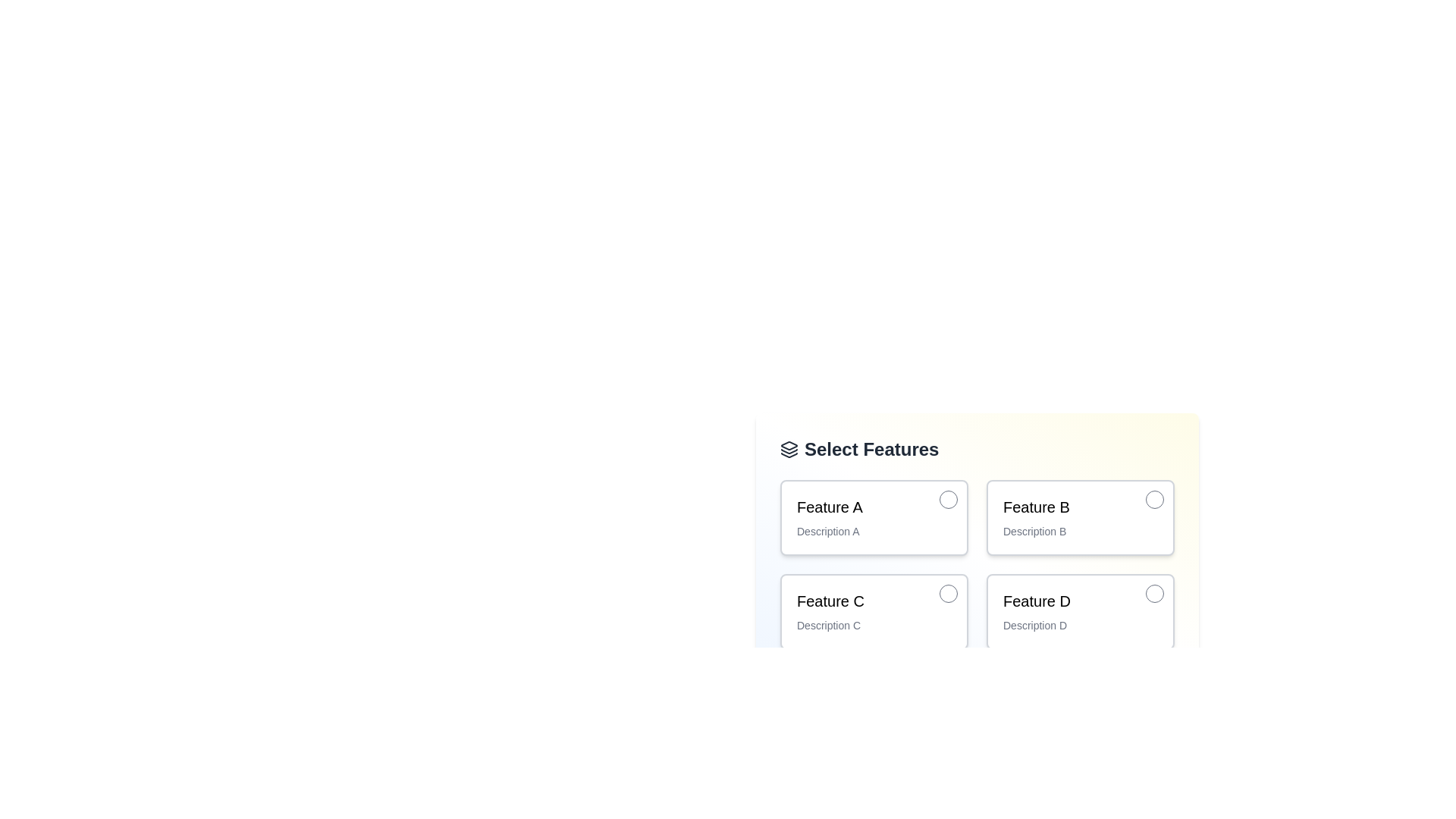 Image resolution: width=1456 pixels, height=819 pixels. I want to click on the icon that represents layers or hierarchy, located to the left of the 'Select Features' title section, so click(789, 449).